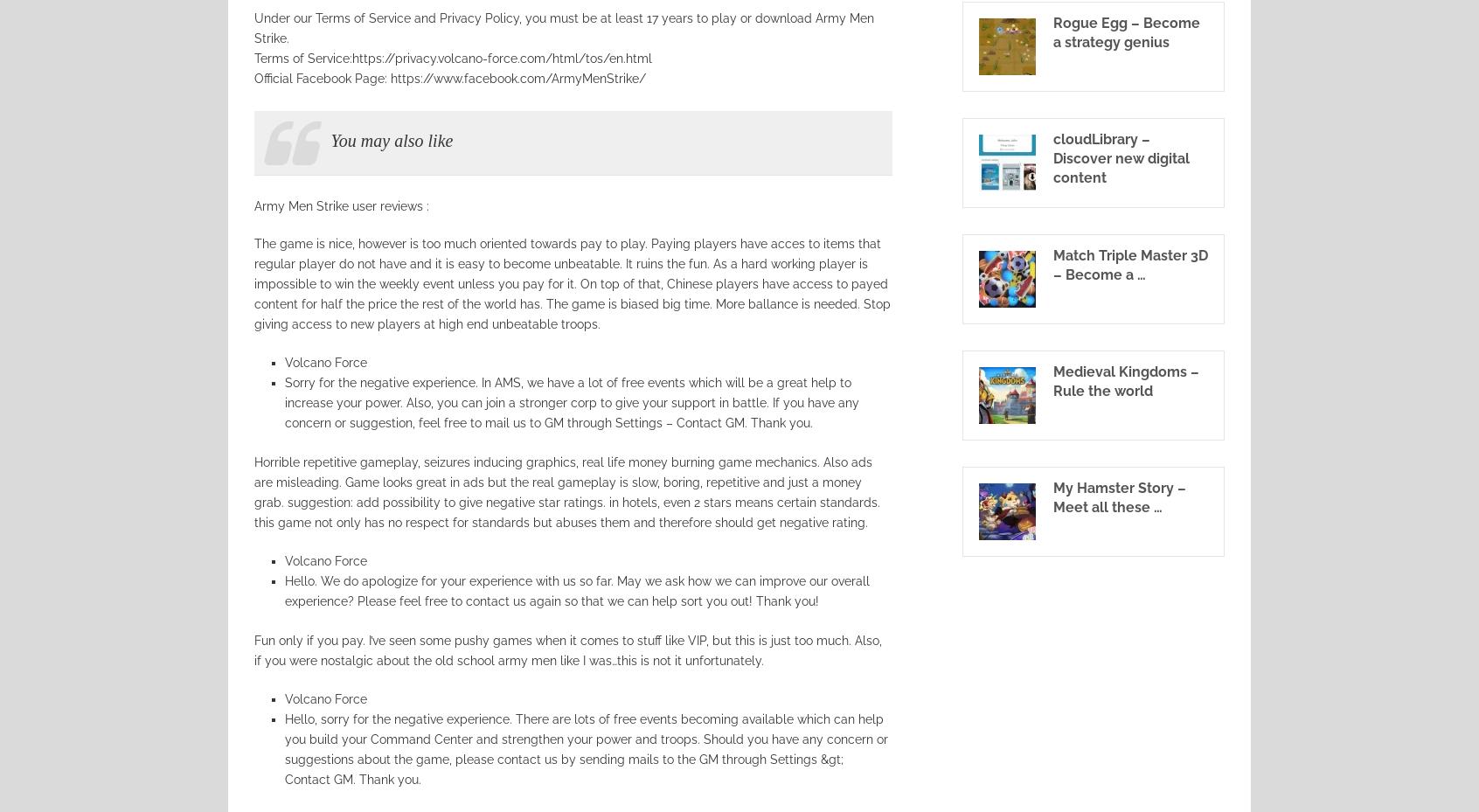  What do you see at coordinates (572, 283) in the screenshot?
I see `'The game is nice, however is too much oriented towards pay to play. Paying players have acces to items that regular player do not have and it is easy to become unbeatable. It ruins the fun. As a hard working player is impossible to win the weekly event unless you pay for it. On top of that, Chinese players have access to payed content for half the price the rest of the world has. The game is biased big time. More ballance is needed. Stop giving access to new players at high end unbeatable troops.'` at bounding box center [572, 283].